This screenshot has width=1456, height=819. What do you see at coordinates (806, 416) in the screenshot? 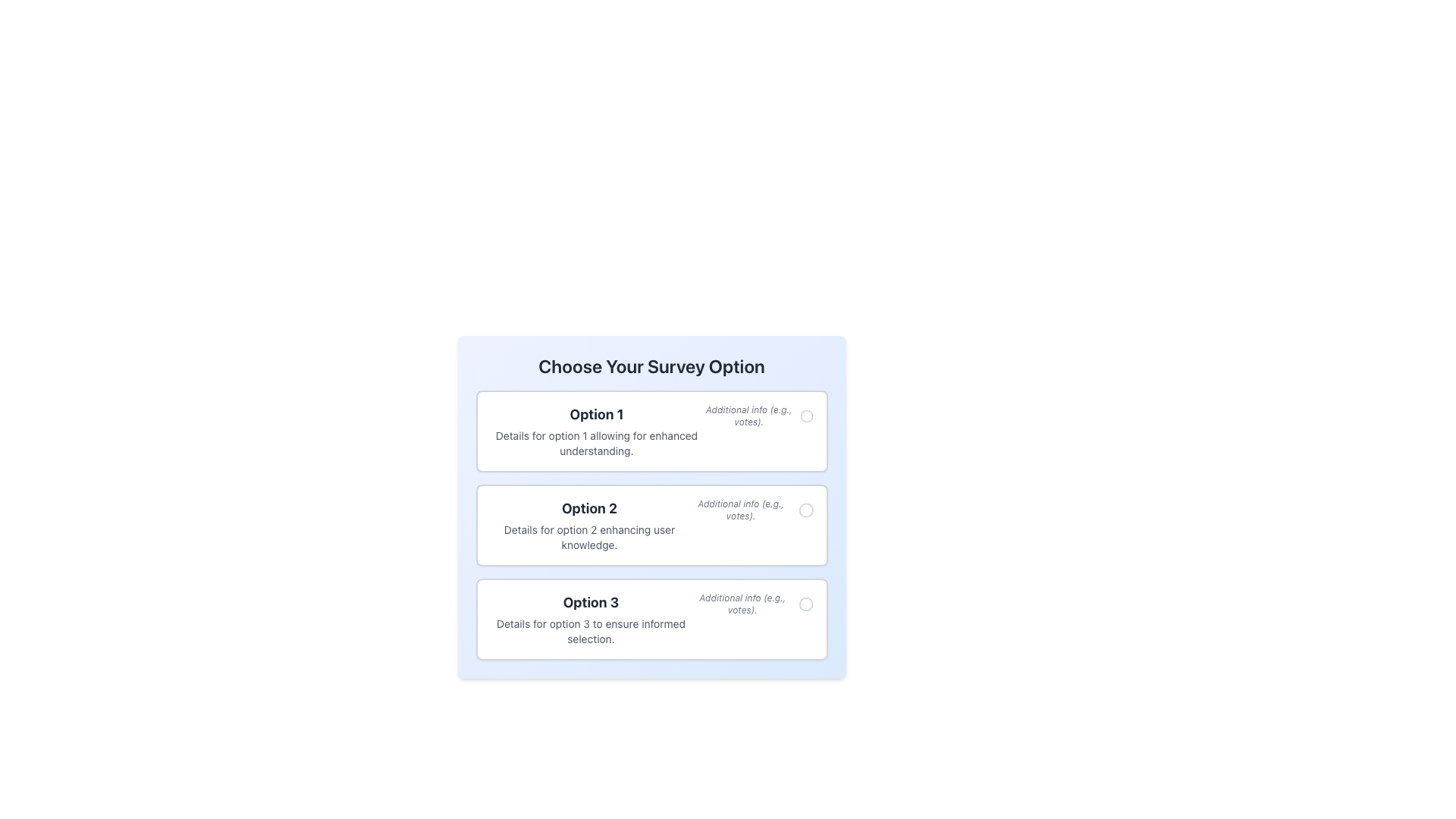
I see `the first radio button labeled 'Option 1' in the survey form` at bounding box center [806, 416].